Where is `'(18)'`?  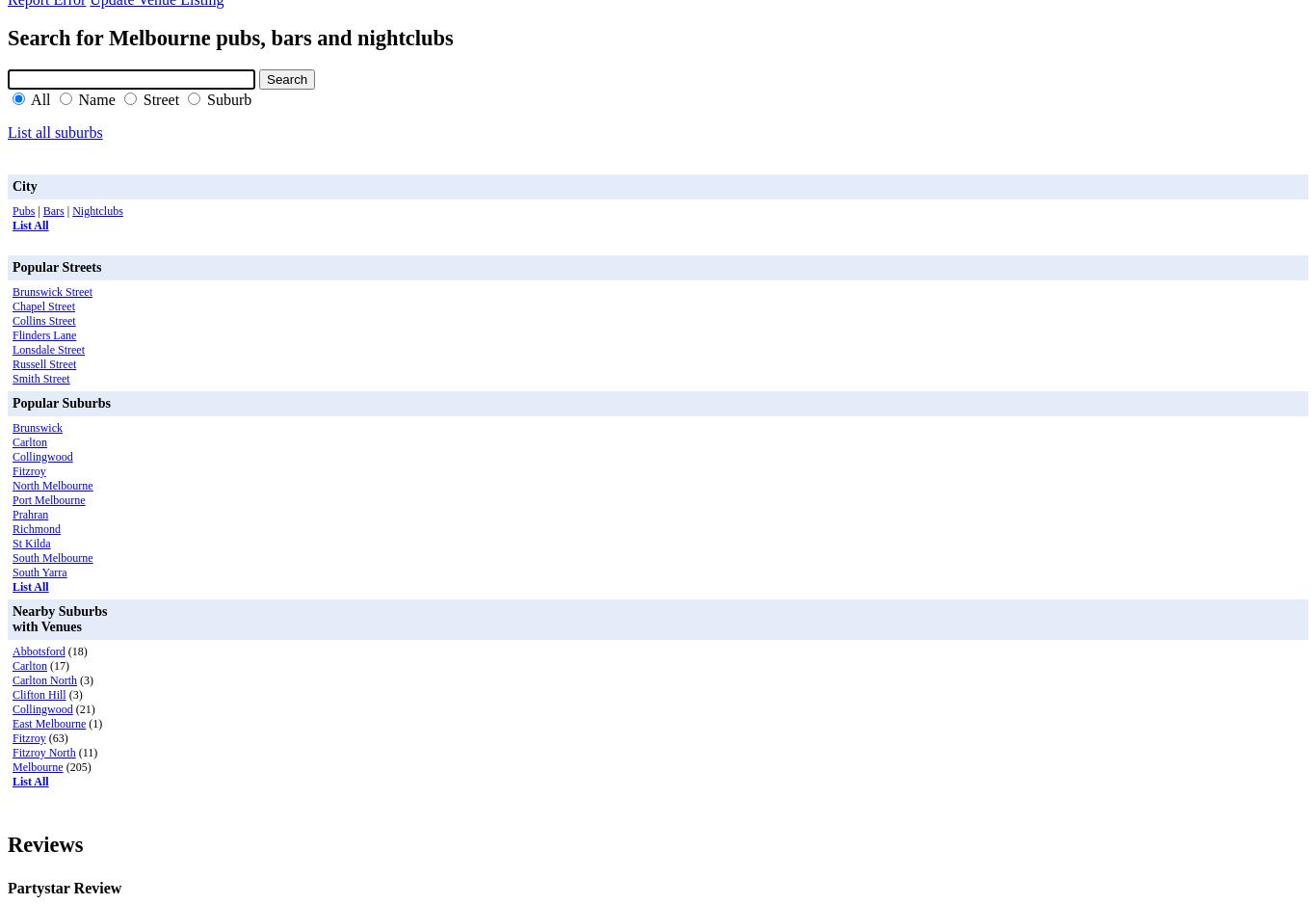
'(18)' is located at coordinates (64, 650).